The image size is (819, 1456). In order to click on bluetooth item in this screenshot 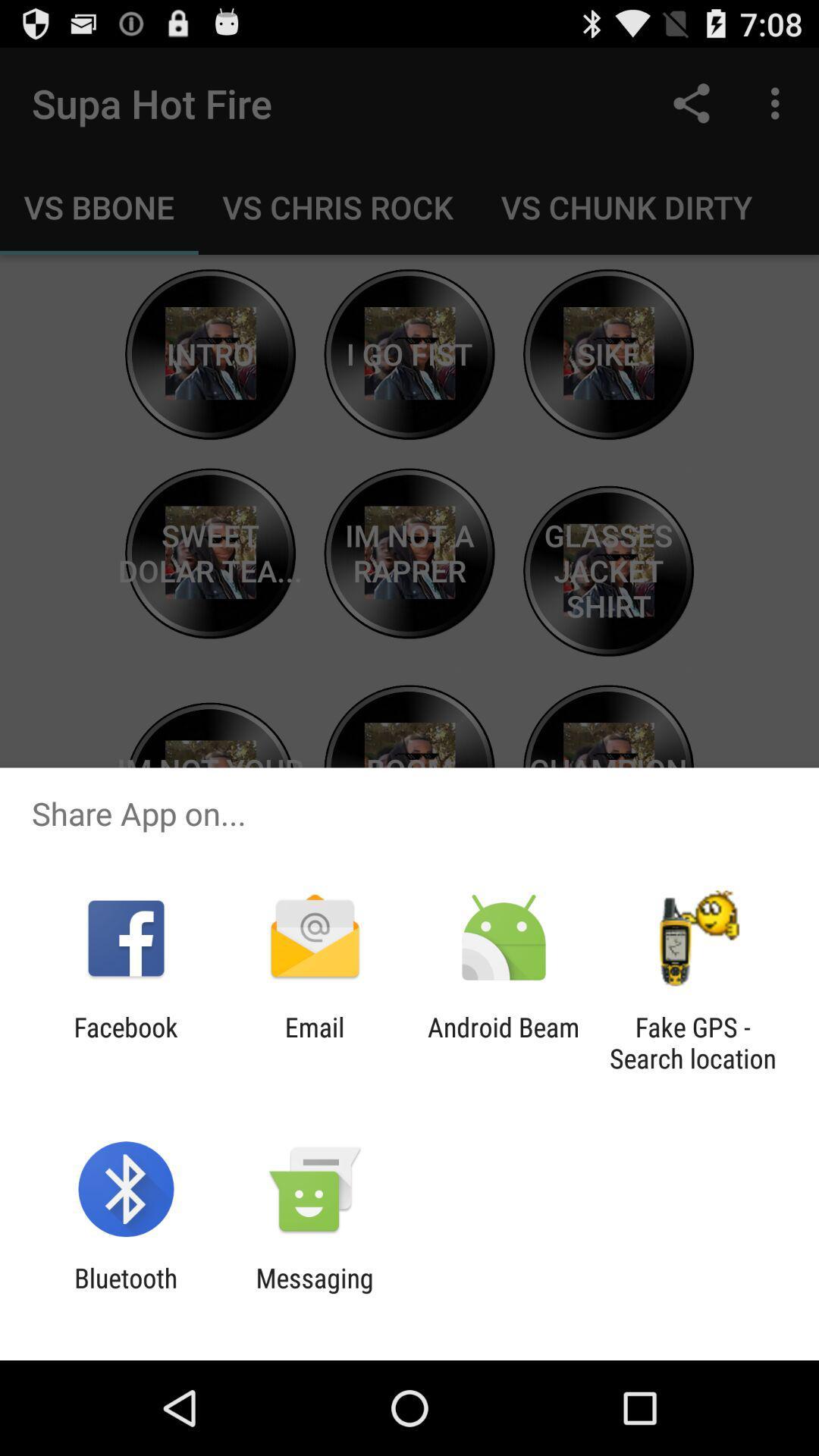, I will do `click(125, 1293)`.